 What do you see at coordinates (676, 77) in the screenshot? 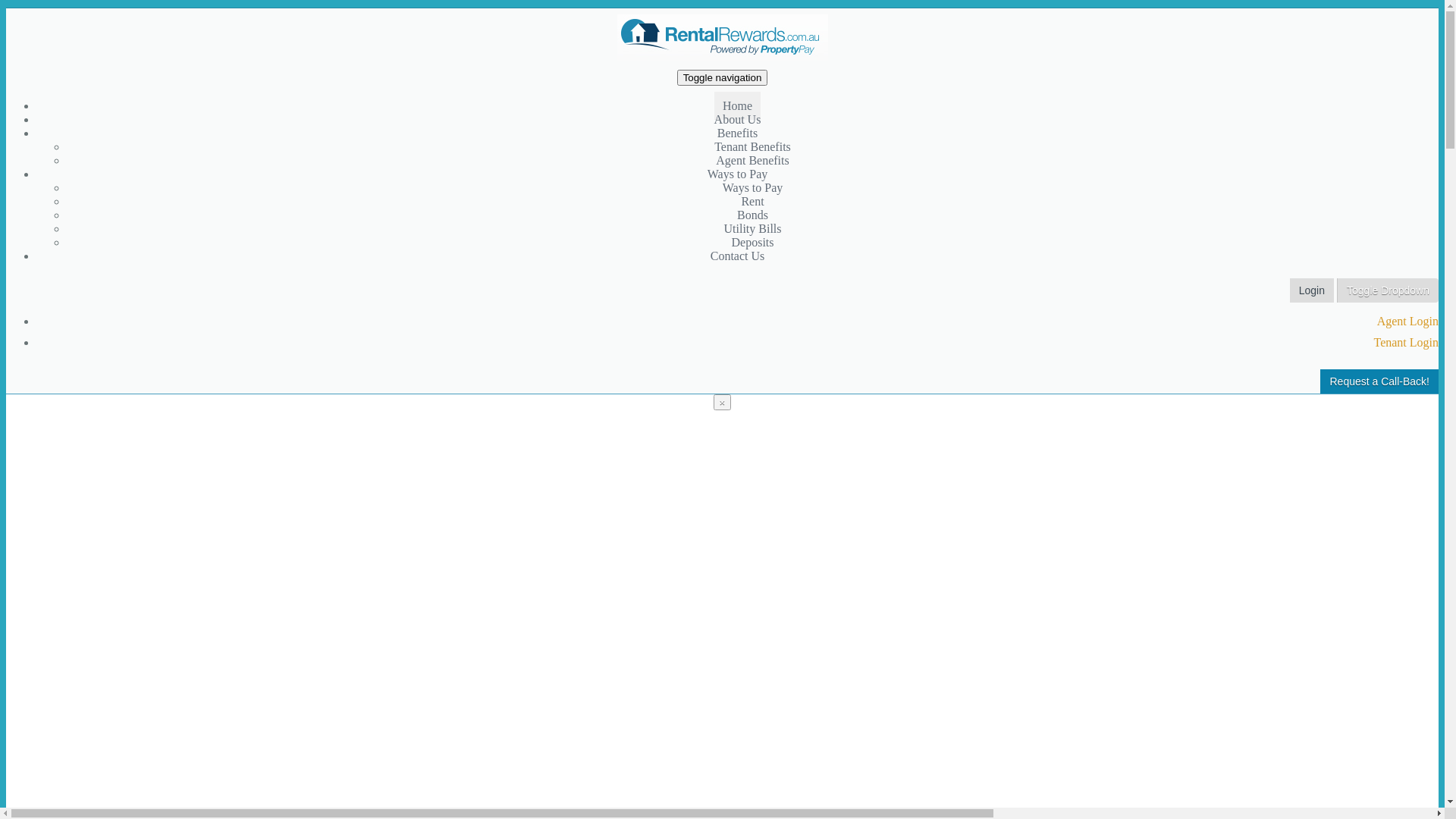
I see `'Toggle navigation'` at bounding box center [676, 77].